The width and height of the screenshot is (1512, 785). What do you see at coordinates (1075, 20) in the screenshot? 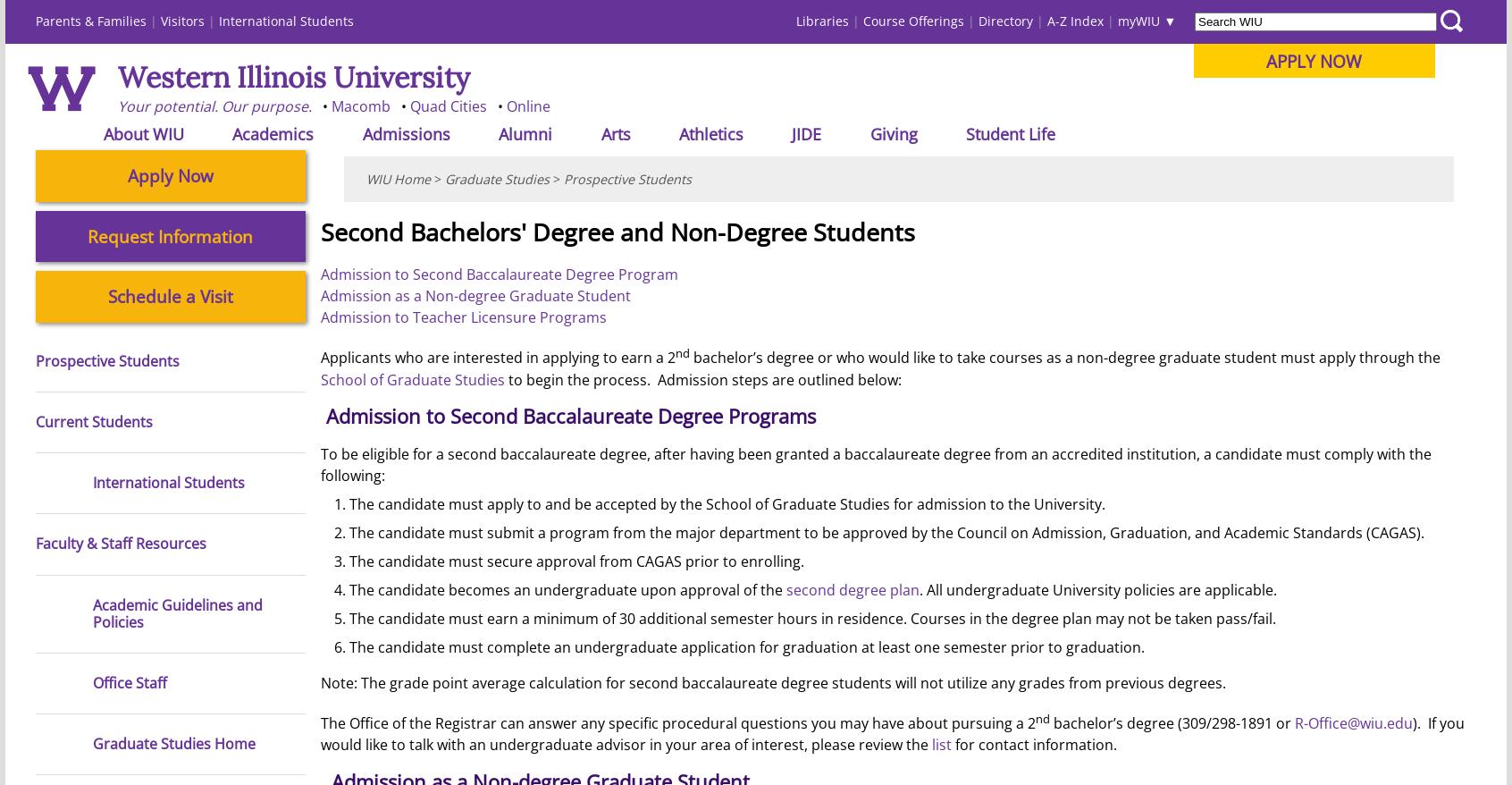
I see `'A-Z Index'` at bounding box center [1075, 20].